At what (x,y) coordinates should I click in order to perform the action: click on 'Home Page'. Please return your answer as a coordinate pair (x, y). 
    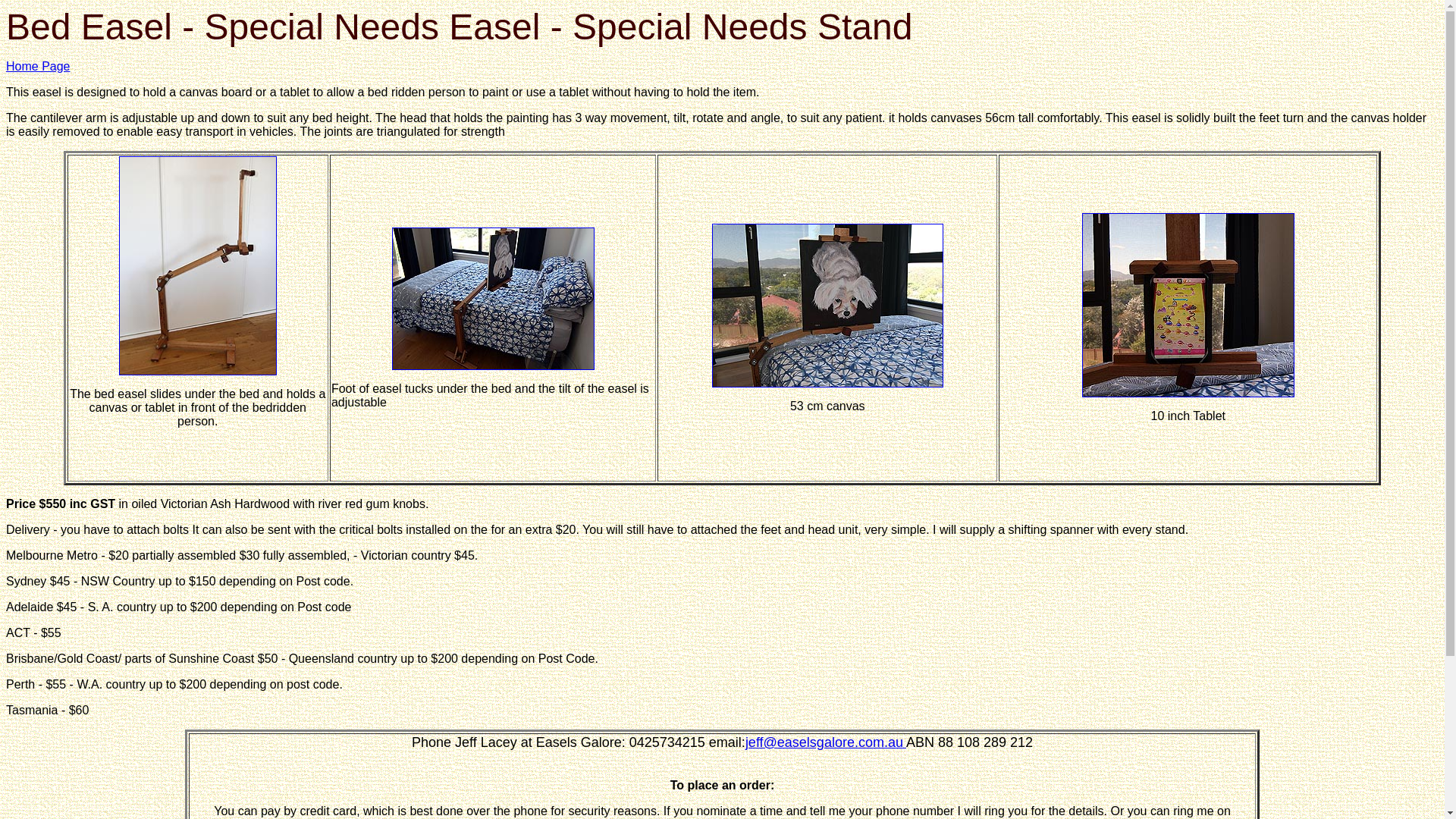
    Looking at the image, I should click on (6, 65).